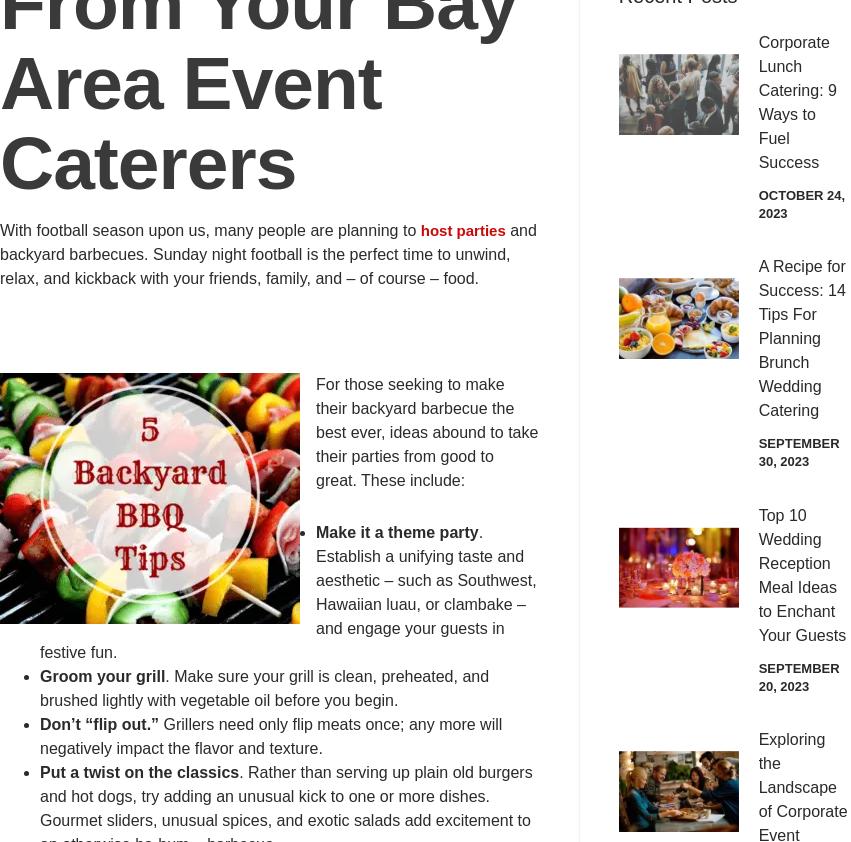 This screenshot has height=842, width=851. Describe the element at coordinates (757, 676) in the screenshot. I see `'September 20, 2023'` at that location.